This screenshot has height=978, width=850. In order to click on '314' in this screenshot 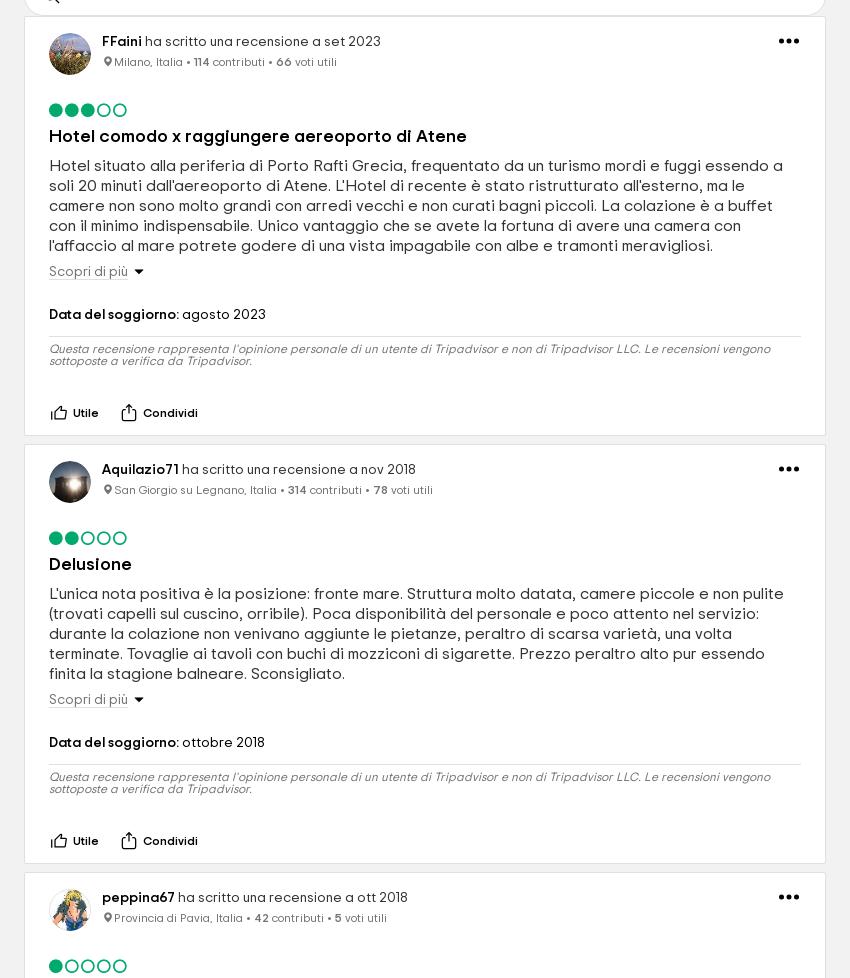, I will do `click(296, 489)`.